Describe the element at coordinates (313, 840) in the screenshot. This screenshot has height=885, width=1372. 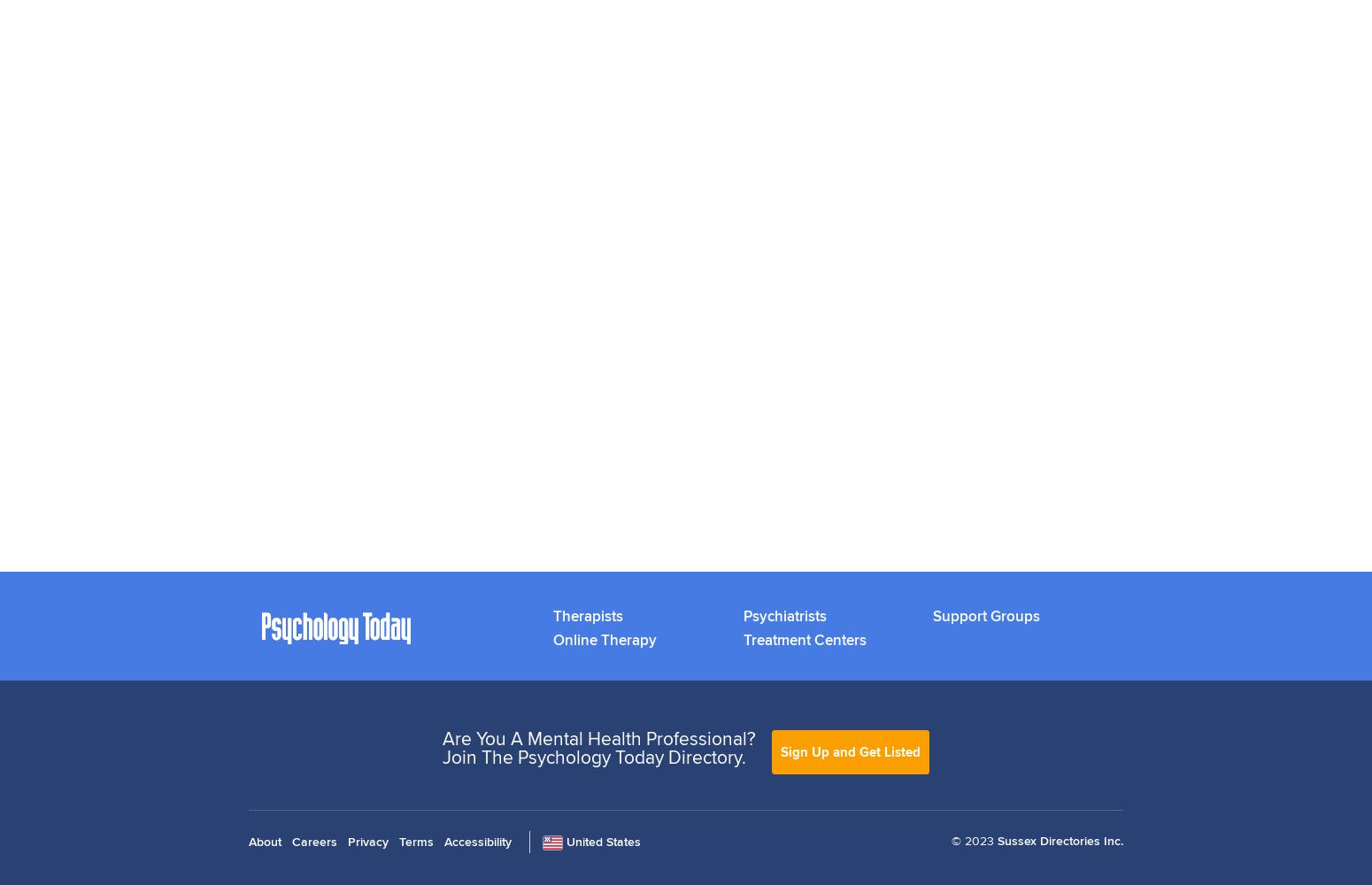
I see `'Careers'` at that location.